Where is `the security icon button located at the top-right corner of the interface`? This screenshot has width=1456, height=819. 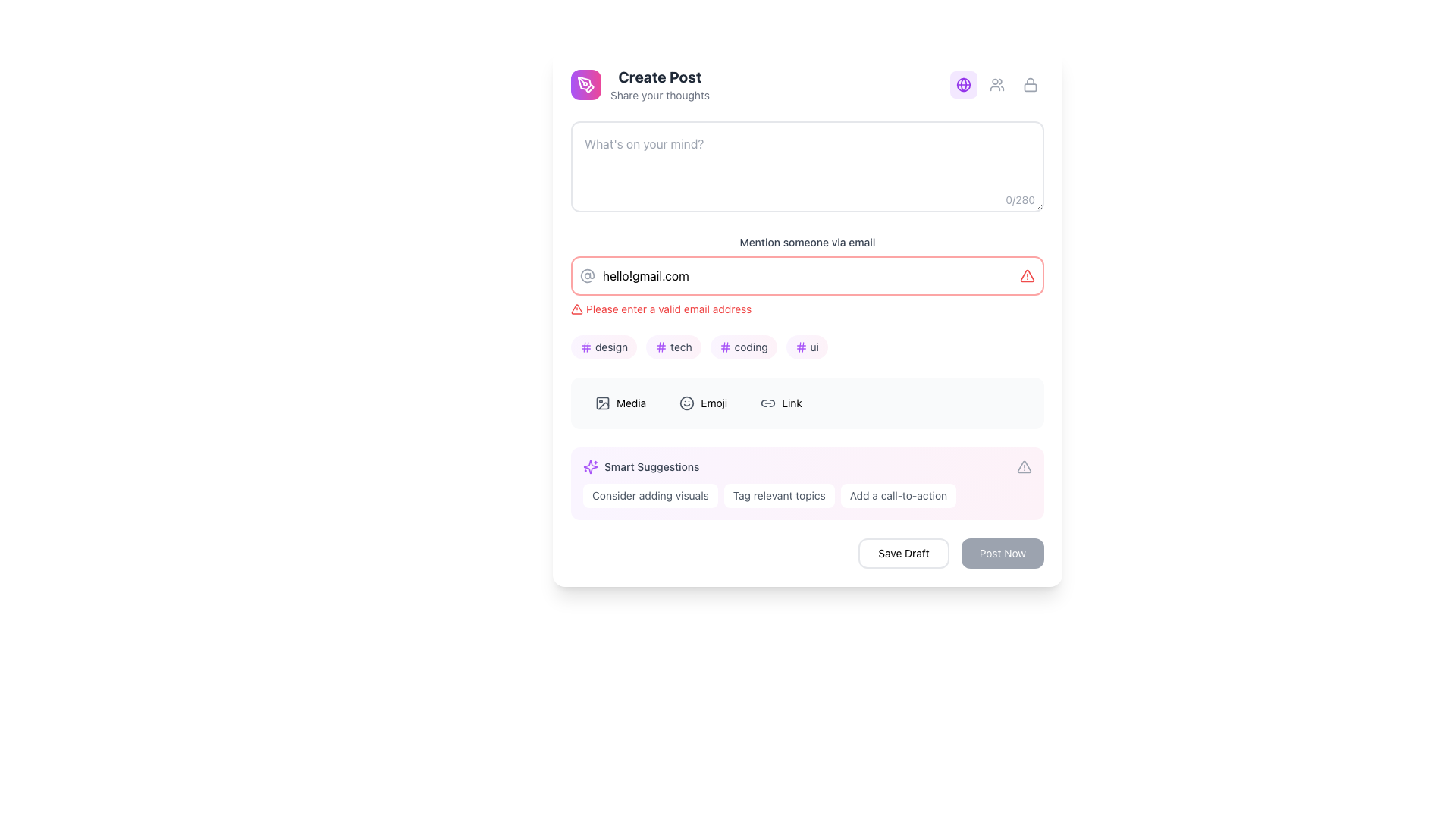 the security icon button located at the top-right corner of the interface is located at coordinates (1030, 84).